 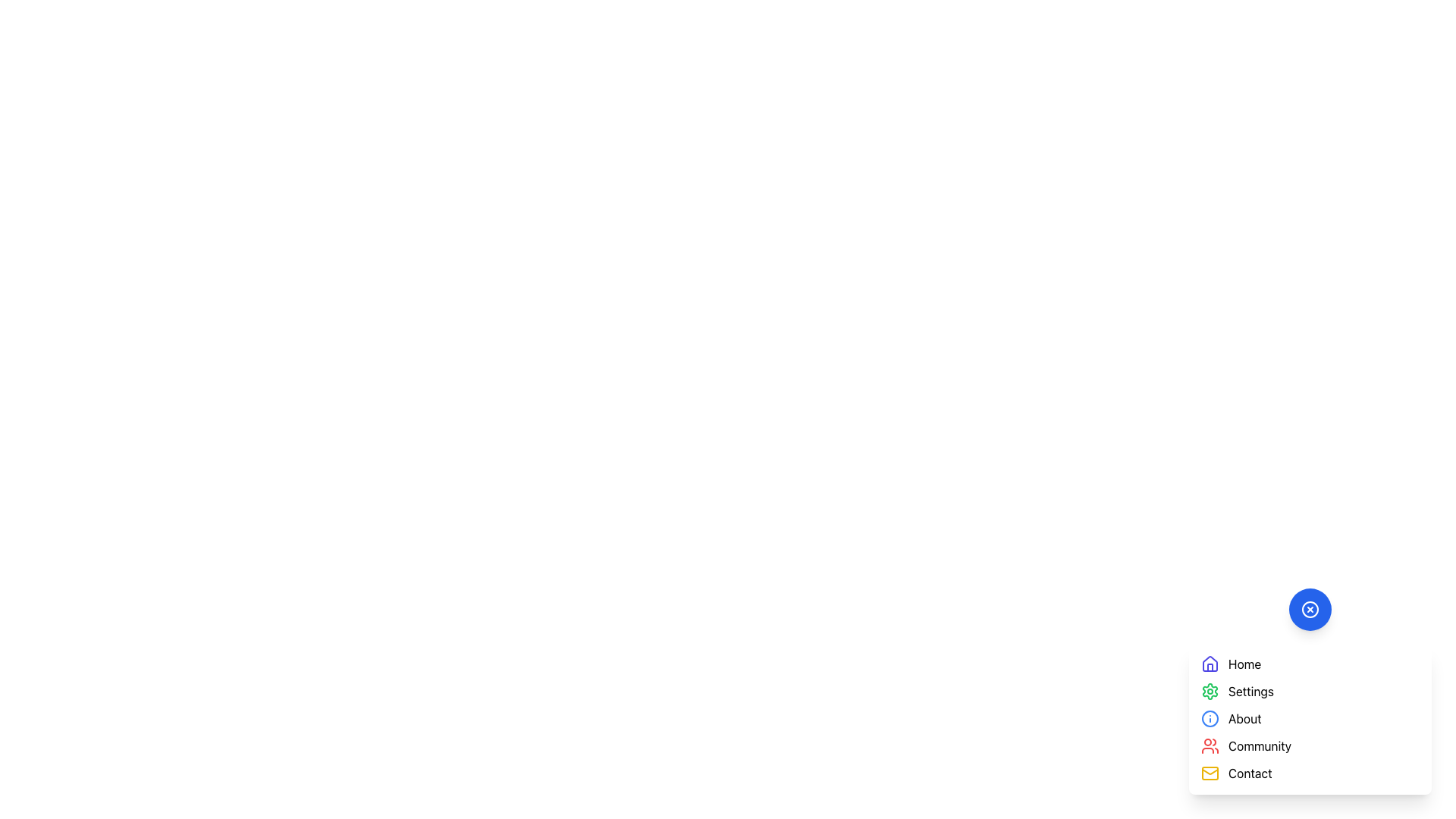 I want to click on the mail icon with a yellow outline and white background, which is located next to the text label 'Contact' in the vertical navigation menu, so click(x=1210, y=773).